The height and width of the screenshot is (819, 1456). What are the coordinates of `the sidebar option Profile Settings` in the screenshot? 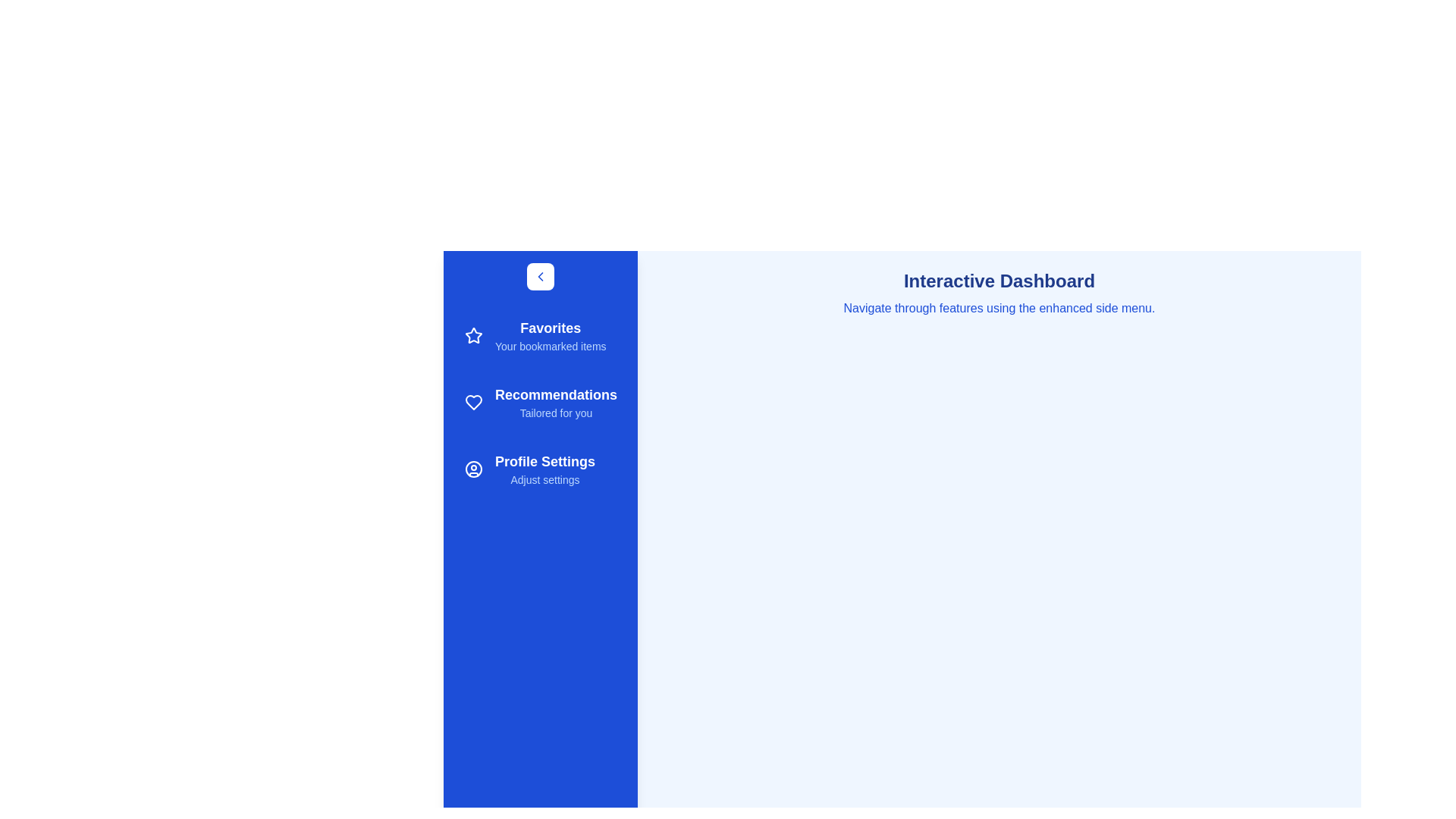 It's located at (541, 468).